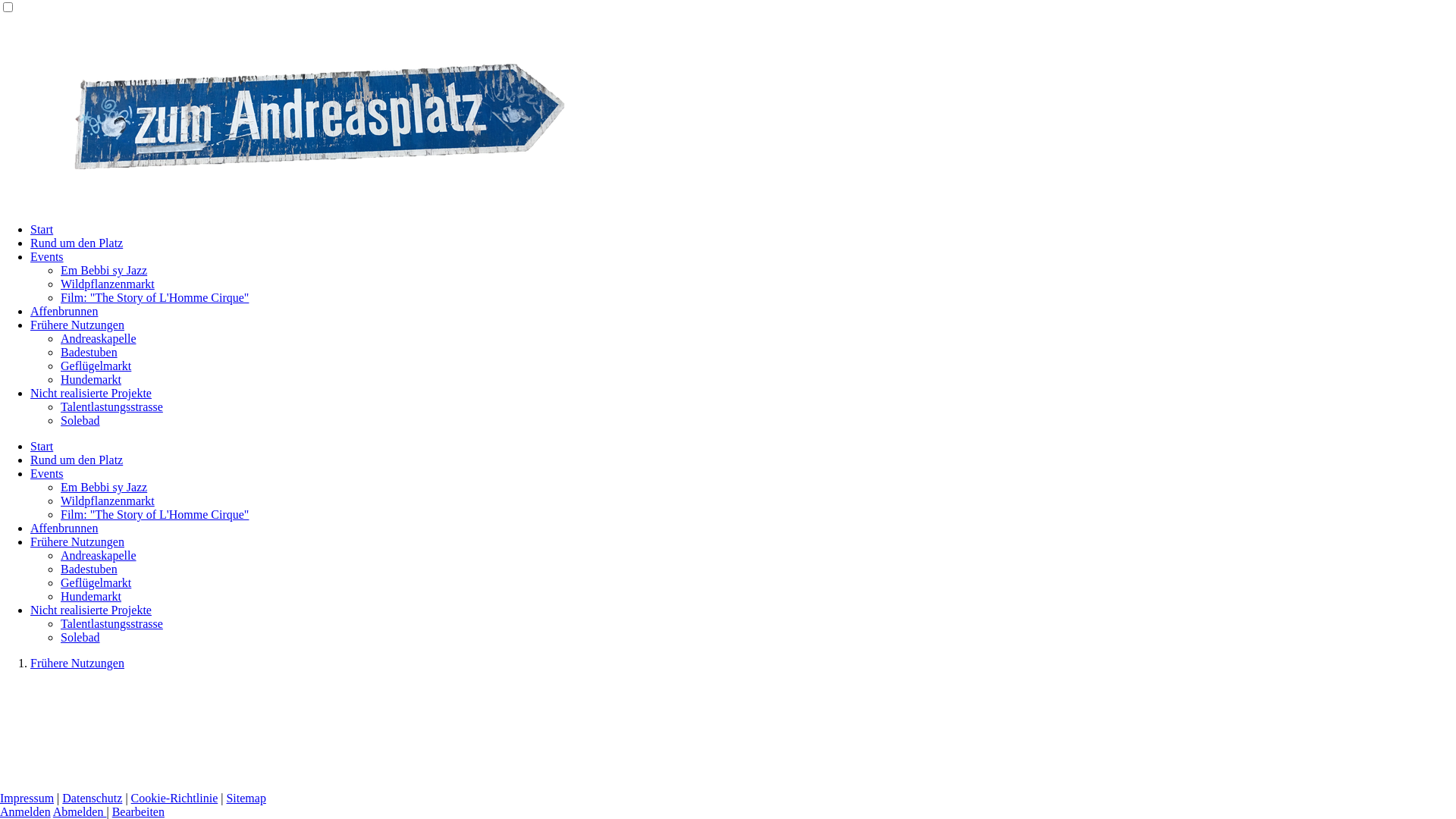  I want to click on 'Film: "The Story of L'Homme Cirque"', so click(154, 297).